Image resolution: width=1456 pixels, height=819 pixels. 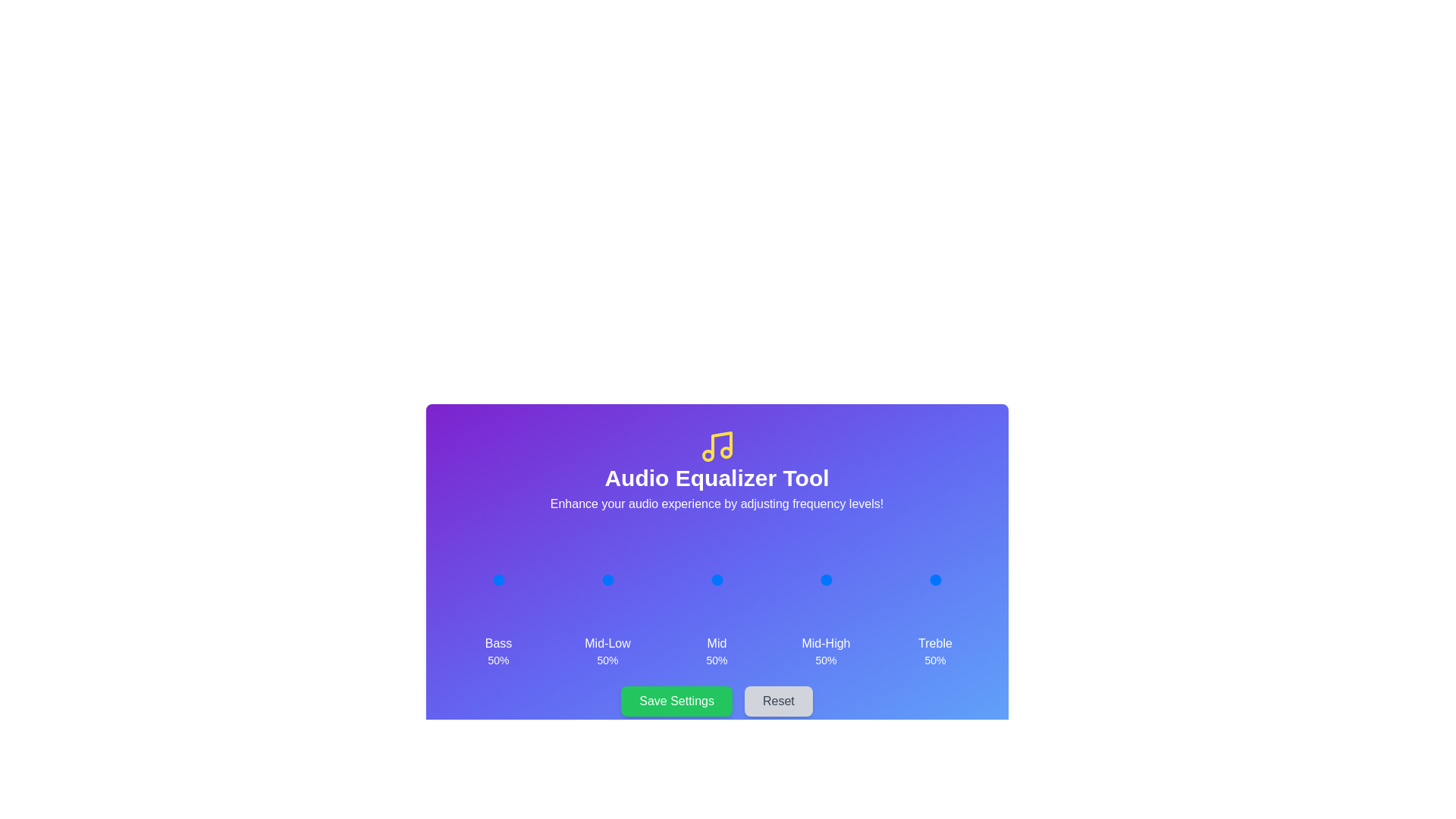 What do you see at coordinates (604, 579) in the screenshot?
I see `the 1 slider to 46%` at bounding box center [604, 579].